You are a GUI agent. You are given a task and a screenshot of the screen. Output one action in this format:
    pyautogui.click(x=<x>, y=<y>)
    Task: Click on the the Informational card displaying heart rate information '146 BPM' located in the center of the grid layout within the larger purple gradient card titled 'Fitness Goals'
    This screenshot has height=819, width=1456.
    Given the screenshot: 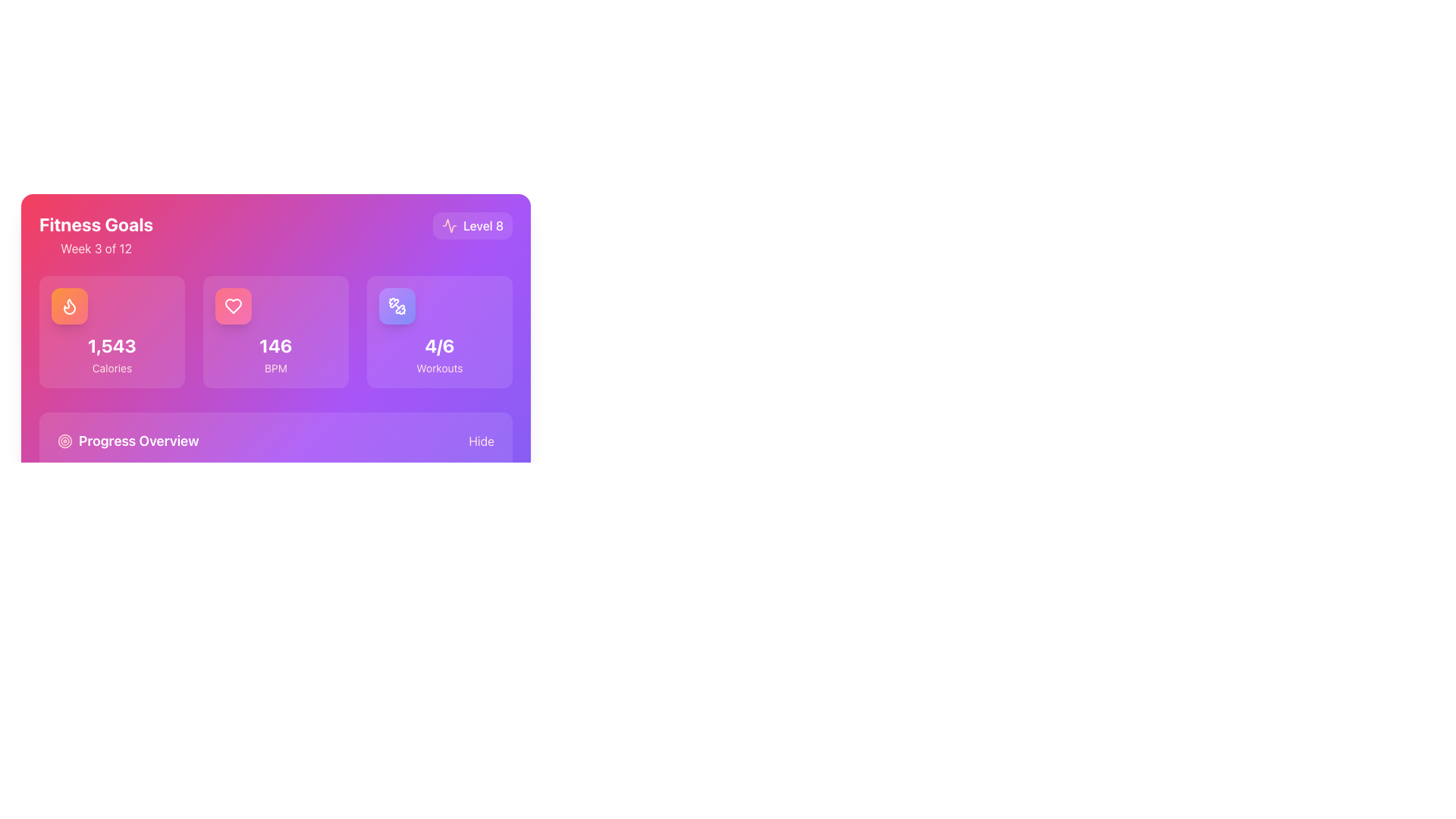 What is the action you would take?
    pyautogui.click(x=276, y=331)
    